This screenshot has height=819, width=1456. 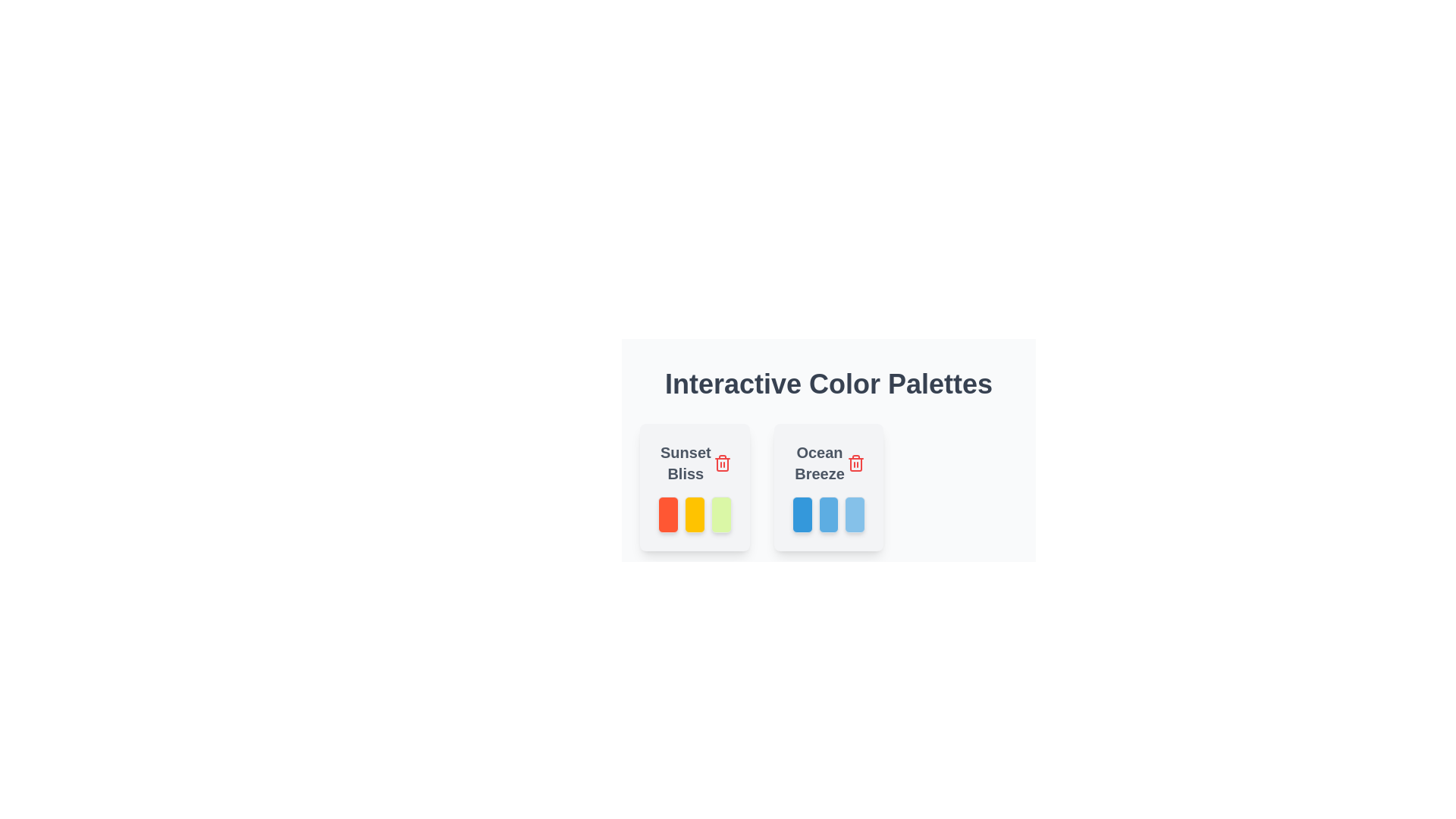 What do you see at coordinates (801, 513) in the screenshot?
I see `the first blue color swatch in the 'Ocean Breeze' palette section` at bounding box center [801, 513].